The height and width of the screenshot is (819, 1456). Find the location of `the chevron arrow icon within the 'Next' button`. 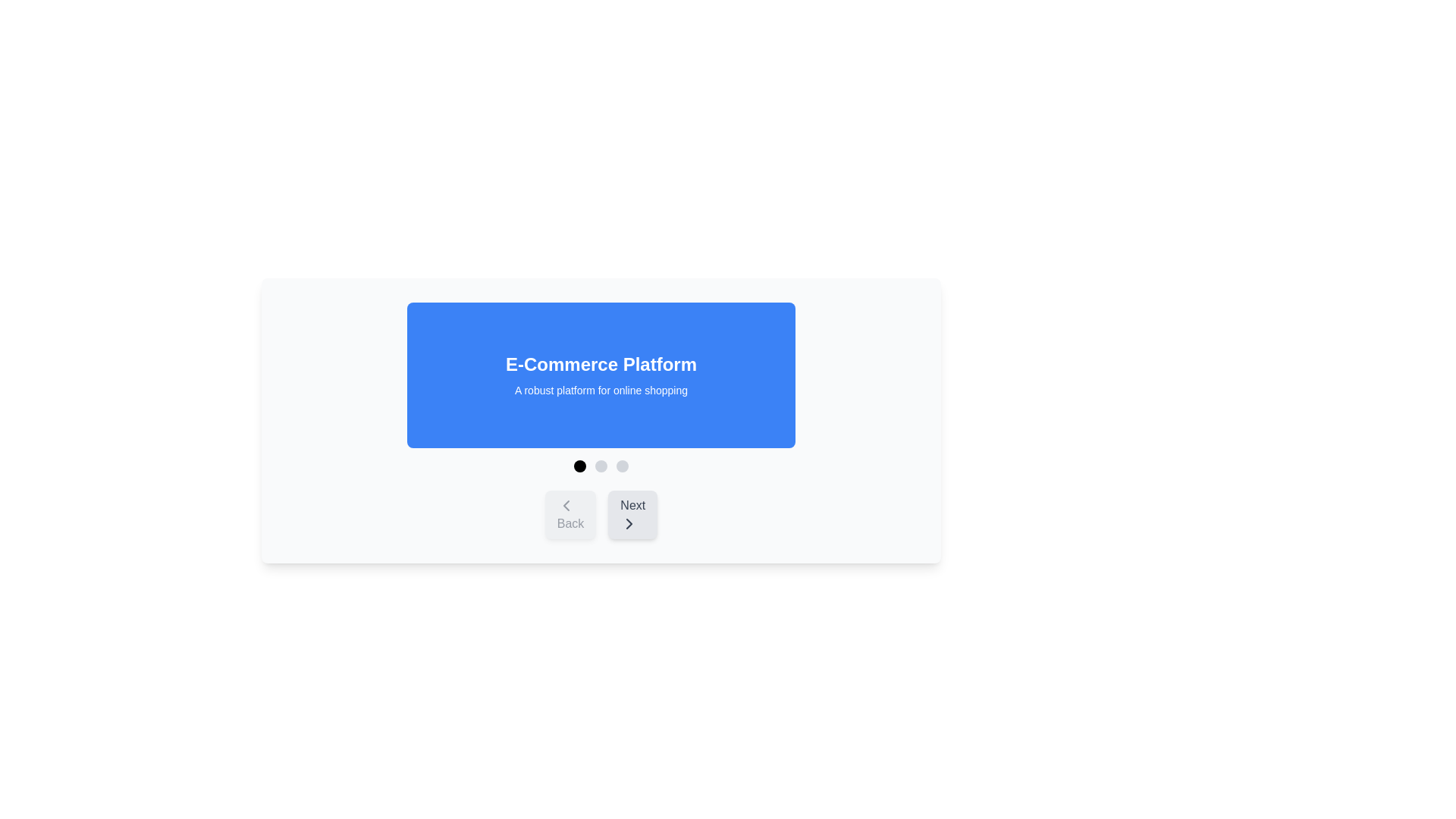

the chevron arrow icon within the 'Next' button is located at coordinates (629, 522).